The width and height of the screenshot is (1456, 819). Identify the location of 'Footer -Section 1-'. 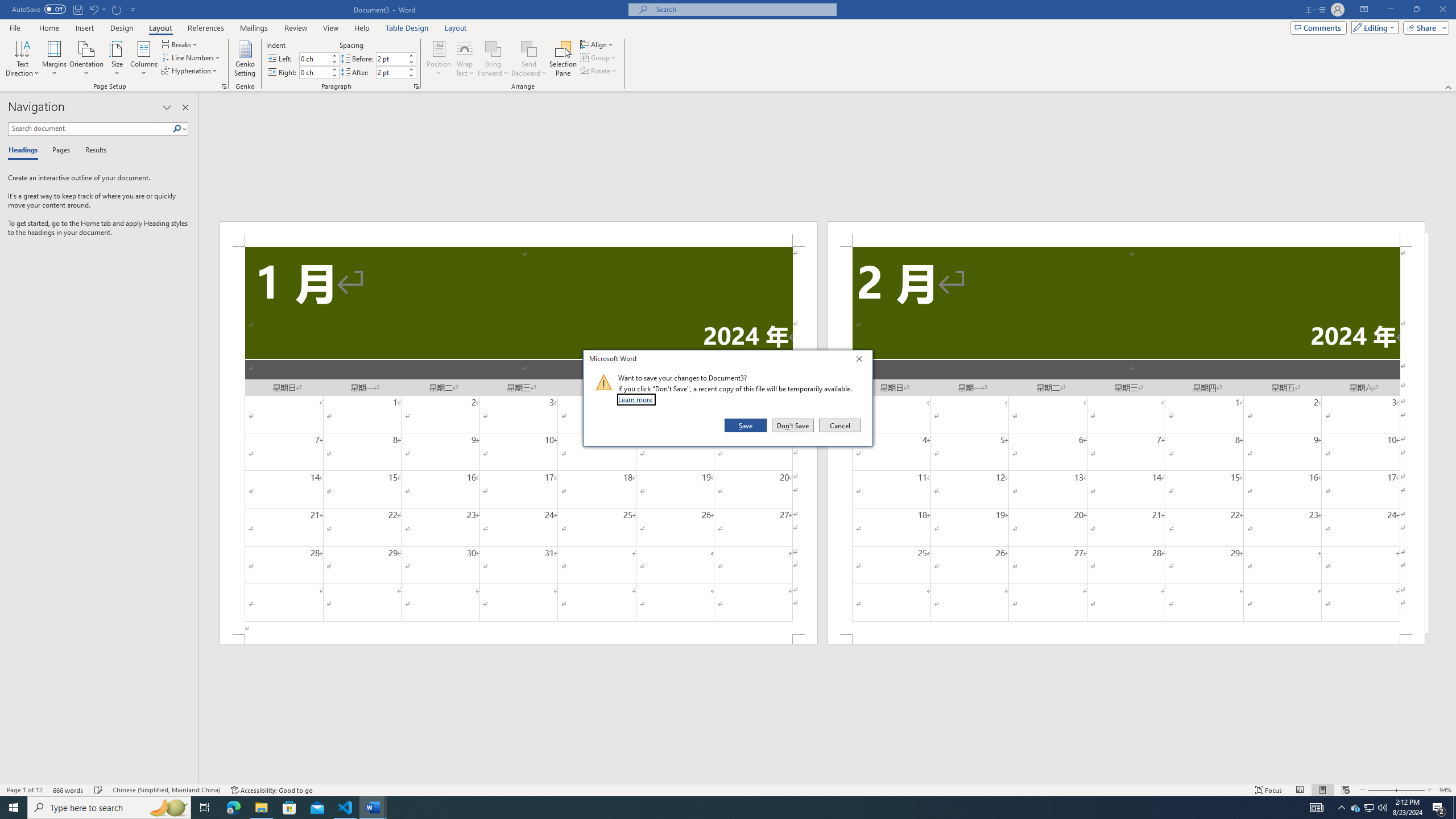
(519, 638).